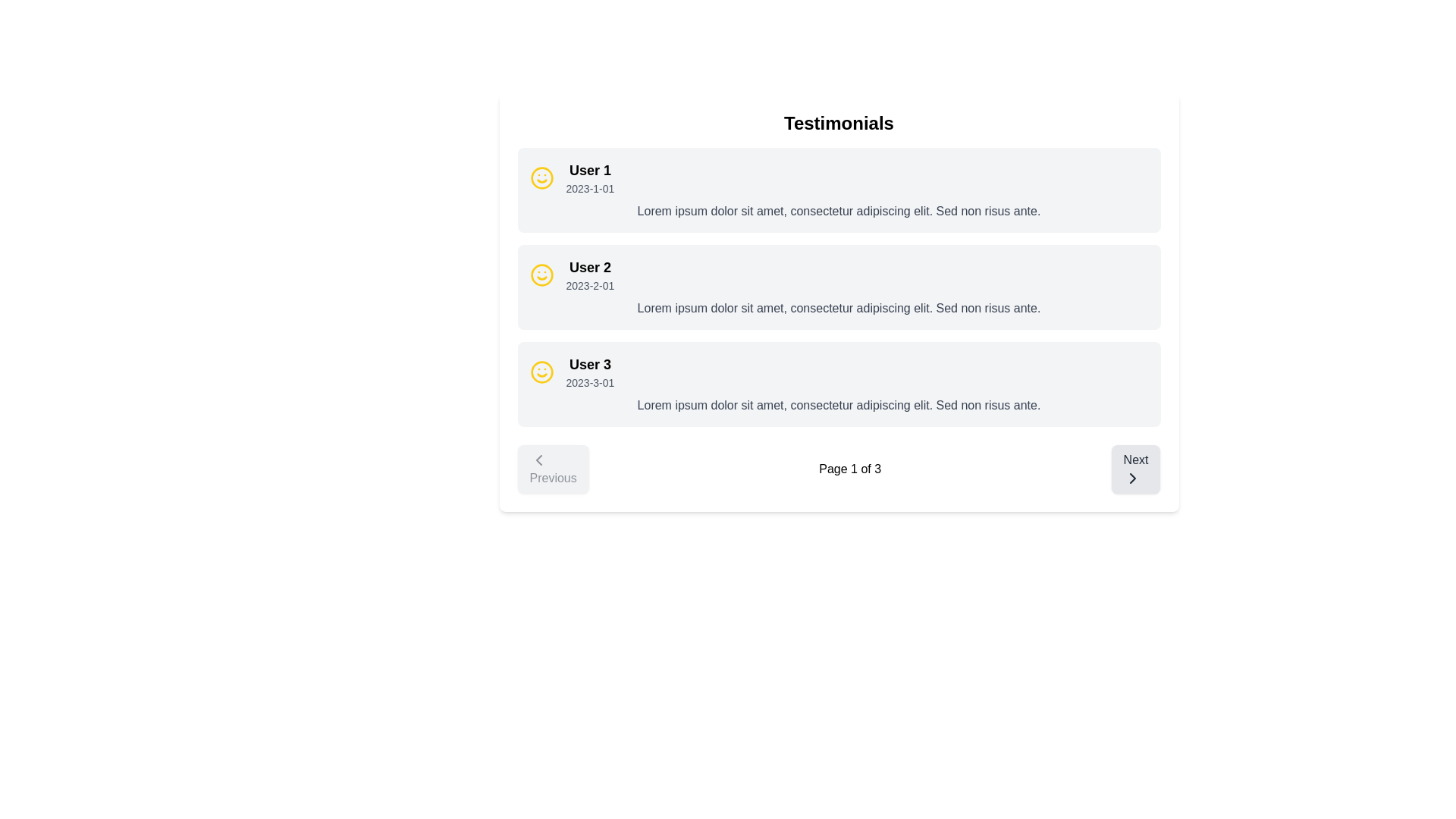 The height and width of the screenshot is (819, 1456). Describe the element at coordinates (589, 286) in the screenshot. I see `date text label associated with the testimonial for 'User 2', located directly below the username in the second testimonial card` at that location.